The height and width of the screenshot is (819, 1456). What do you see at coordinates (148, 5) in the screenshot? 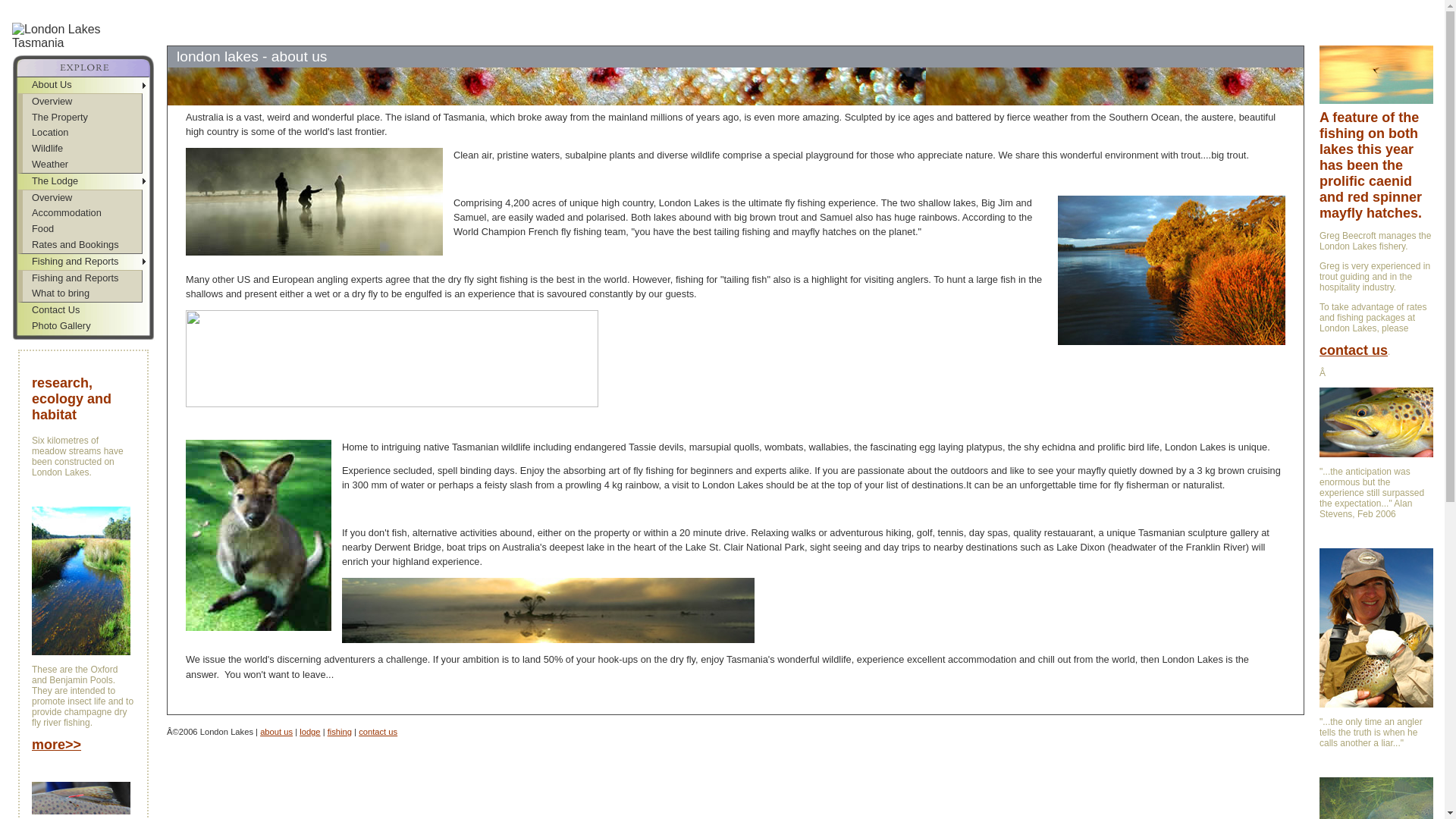
I see `'Jump to Sidebar'` at bounding box center [148, 5].